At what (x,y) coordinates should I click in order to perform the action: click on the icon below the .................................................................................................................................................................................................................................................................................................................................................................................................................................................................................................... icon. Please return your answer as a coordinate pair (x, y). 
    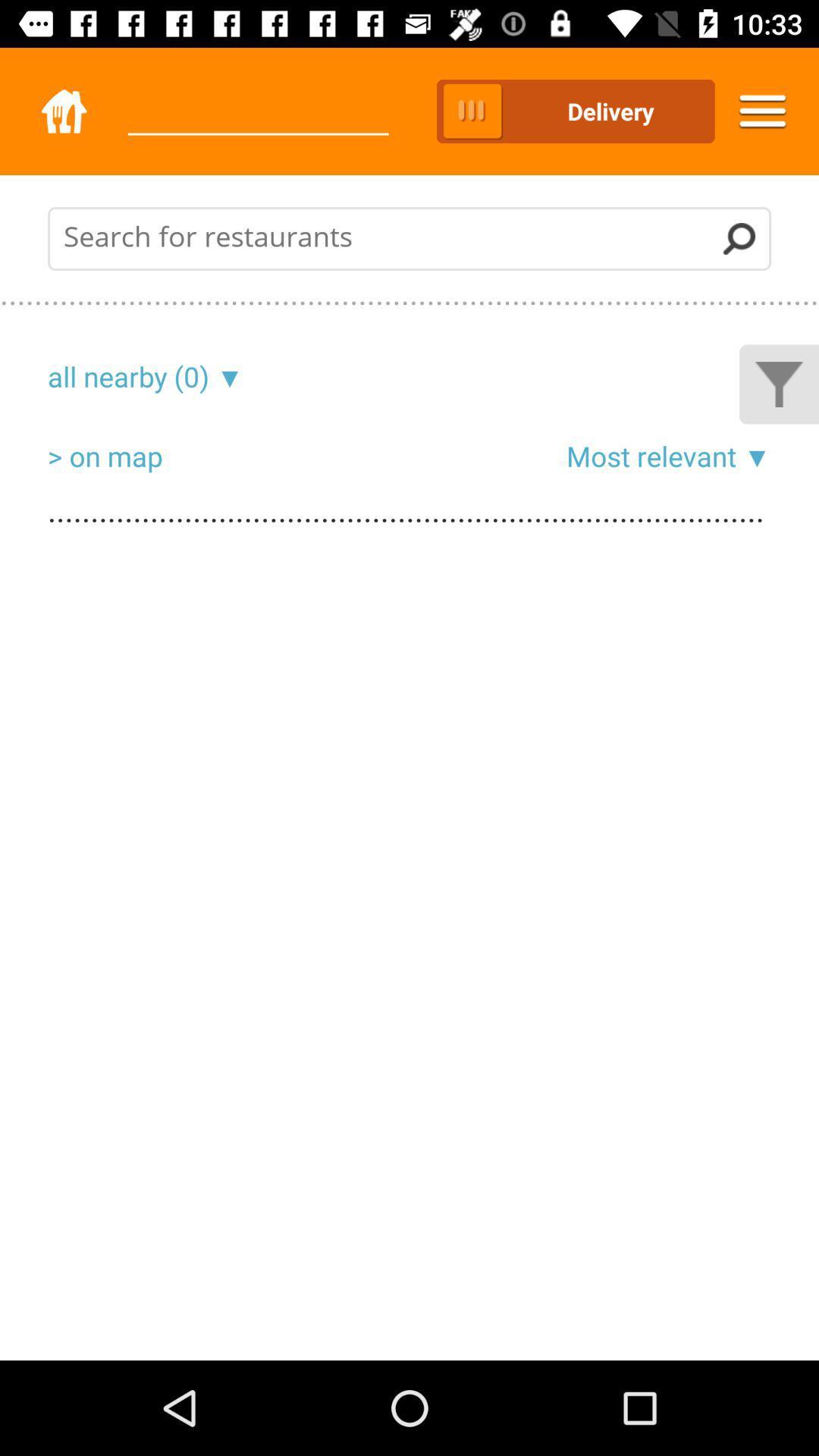
    Looking at the image, I should click on (127, 376).